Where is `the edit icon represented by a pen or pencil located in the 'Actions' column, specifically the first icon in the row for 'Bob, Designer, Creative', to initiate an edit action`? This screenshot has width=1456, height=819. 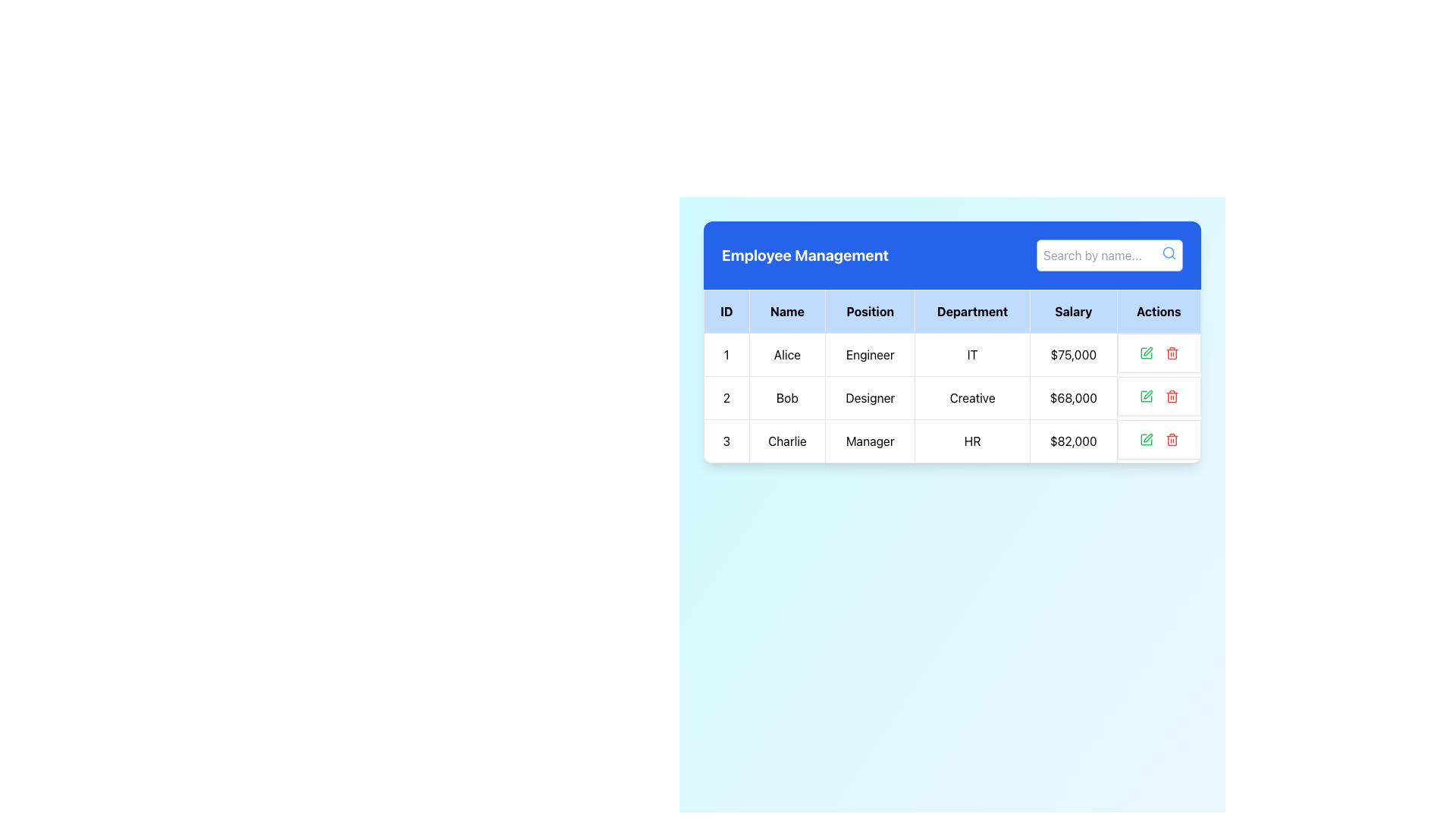
the edit icon represented by a pen or pencil located in the 'Actions' column, specifically the first icon in the row for 'Bob, Designer, Creative', to initiate an edit action is located at coordinates (1147, 394).